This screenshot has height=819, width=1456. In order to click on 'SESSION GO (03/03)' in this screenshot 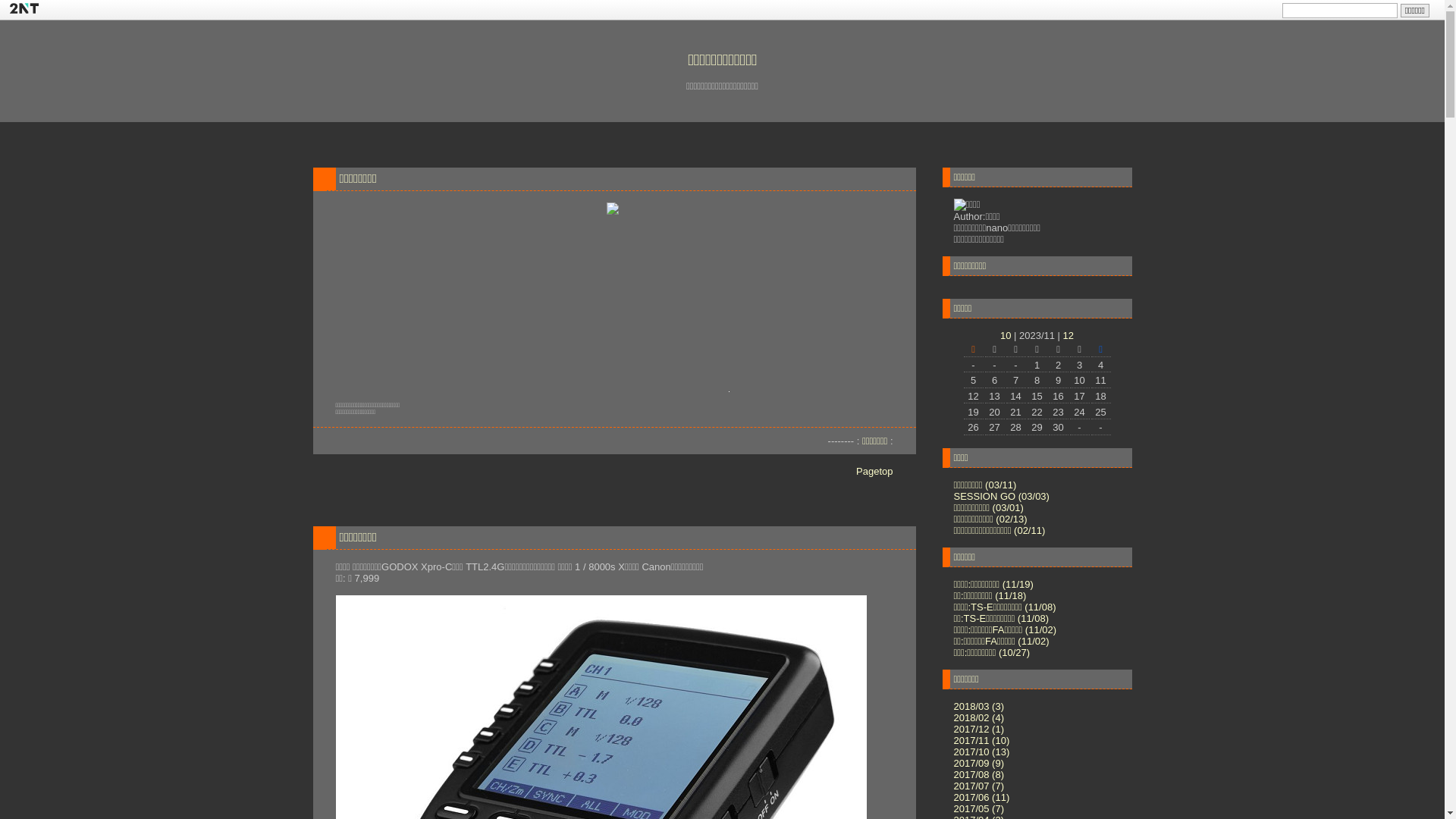, I will do `click(952, 496)`.